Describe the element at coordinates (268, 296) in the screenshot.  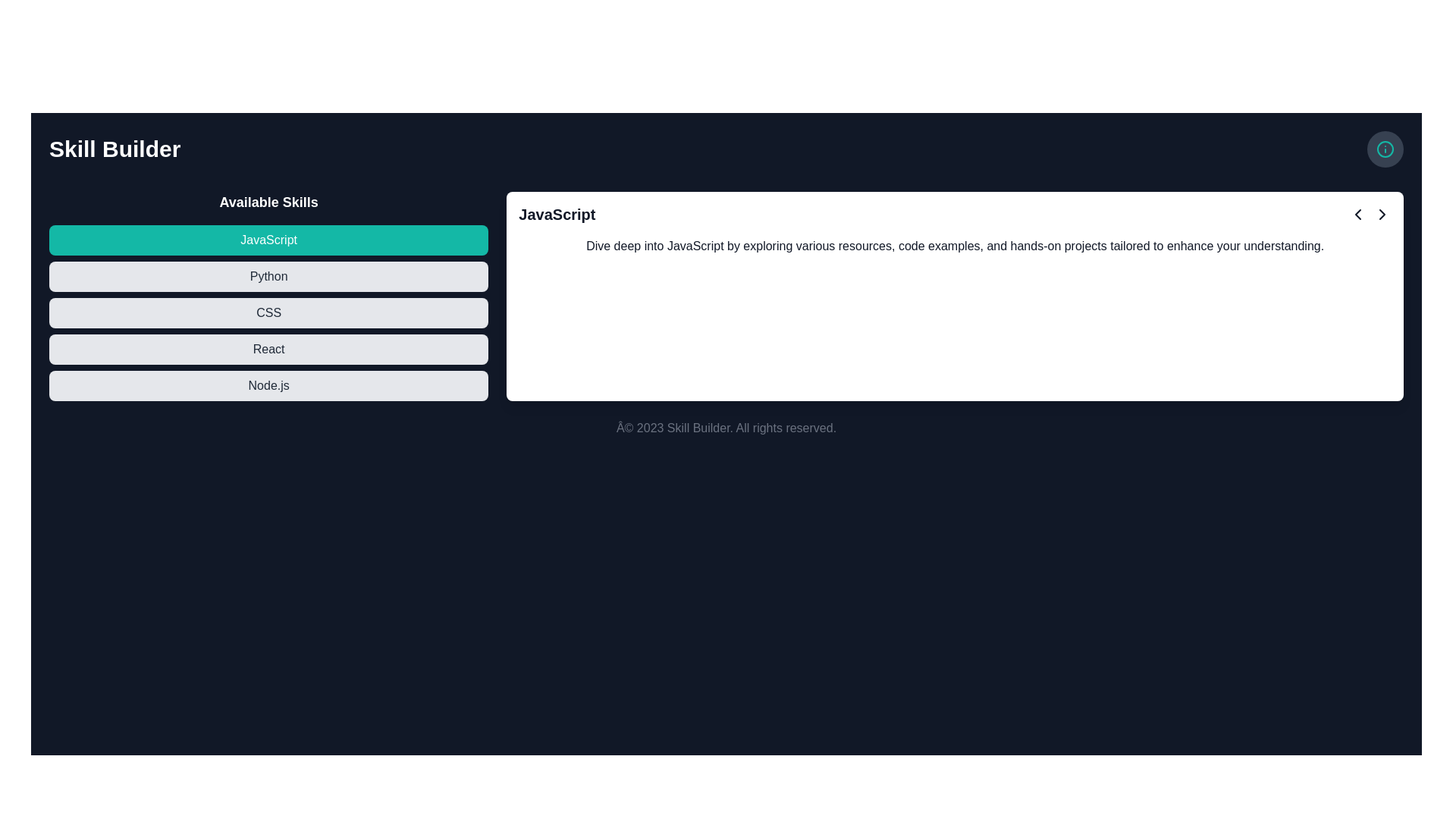
I see `an item in the 'Available Skills' list` at that location.